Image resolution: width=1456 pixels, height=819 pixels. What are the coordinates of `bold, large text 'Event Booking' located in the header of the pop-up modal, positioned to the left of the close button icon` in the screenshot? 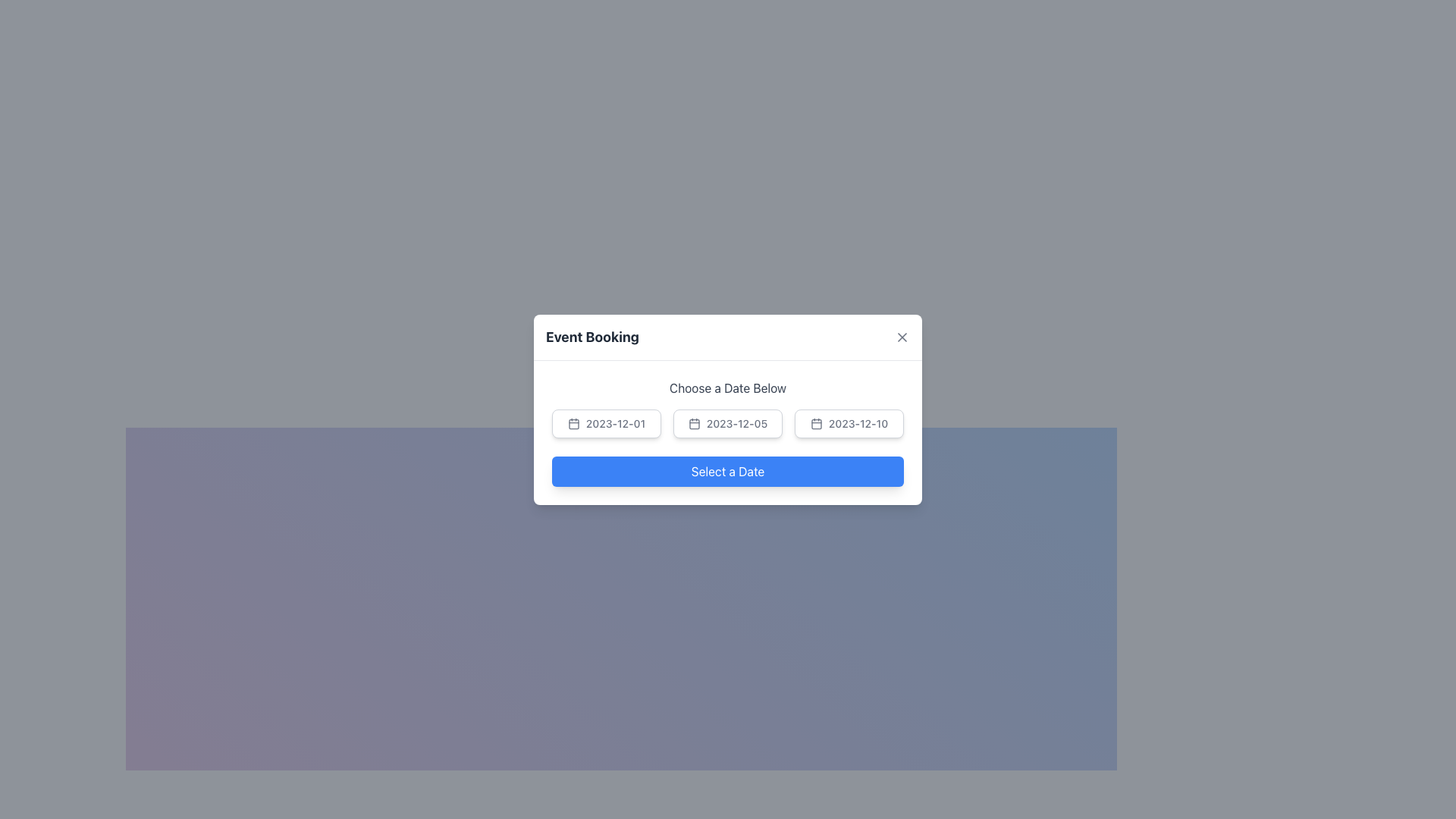 It's located at (591, 336).